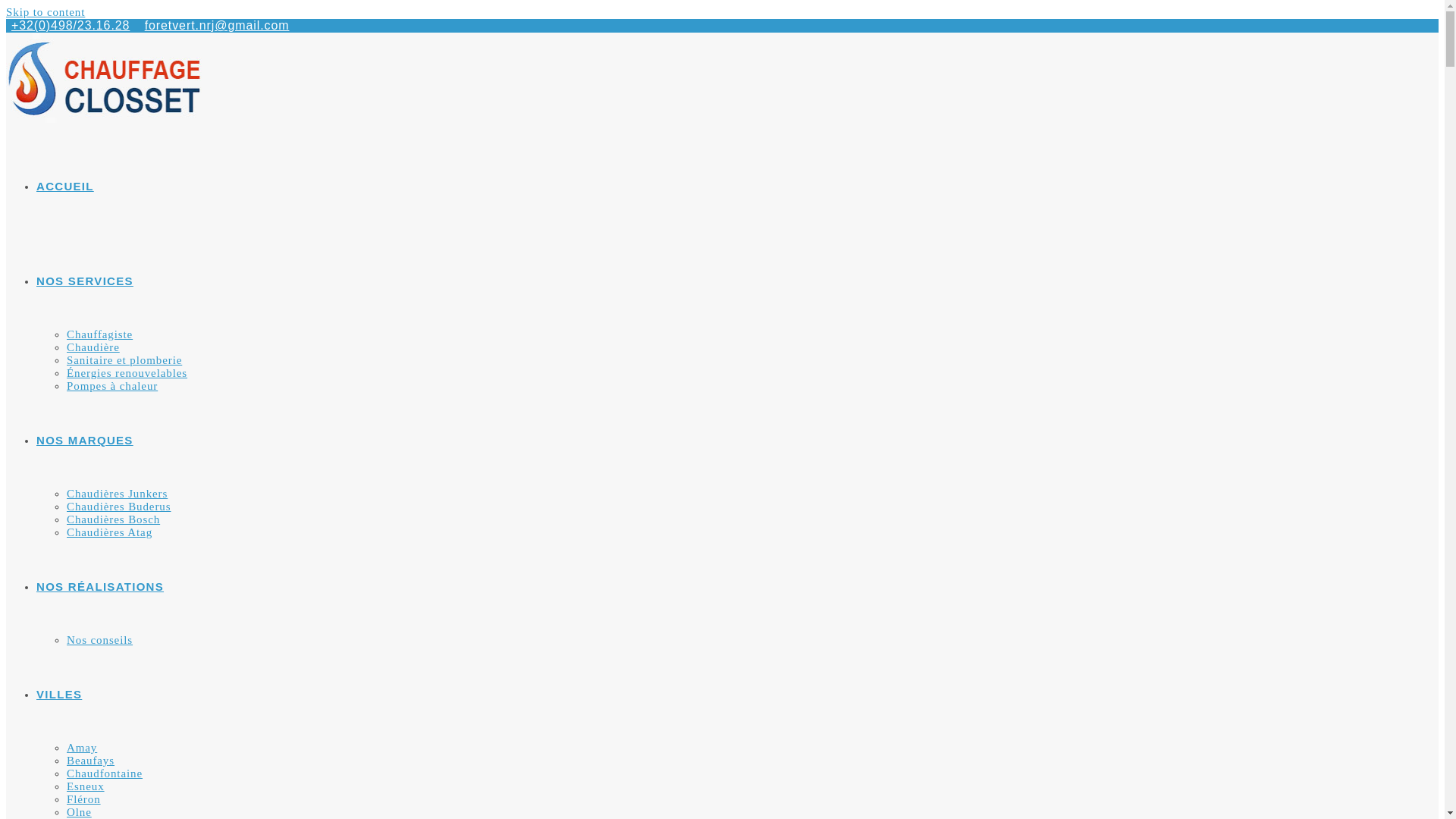 The image size is (1456, 819). Describe the element at coordinates (58, 694) in the screenshot. I see `'VILLES'` at that location.